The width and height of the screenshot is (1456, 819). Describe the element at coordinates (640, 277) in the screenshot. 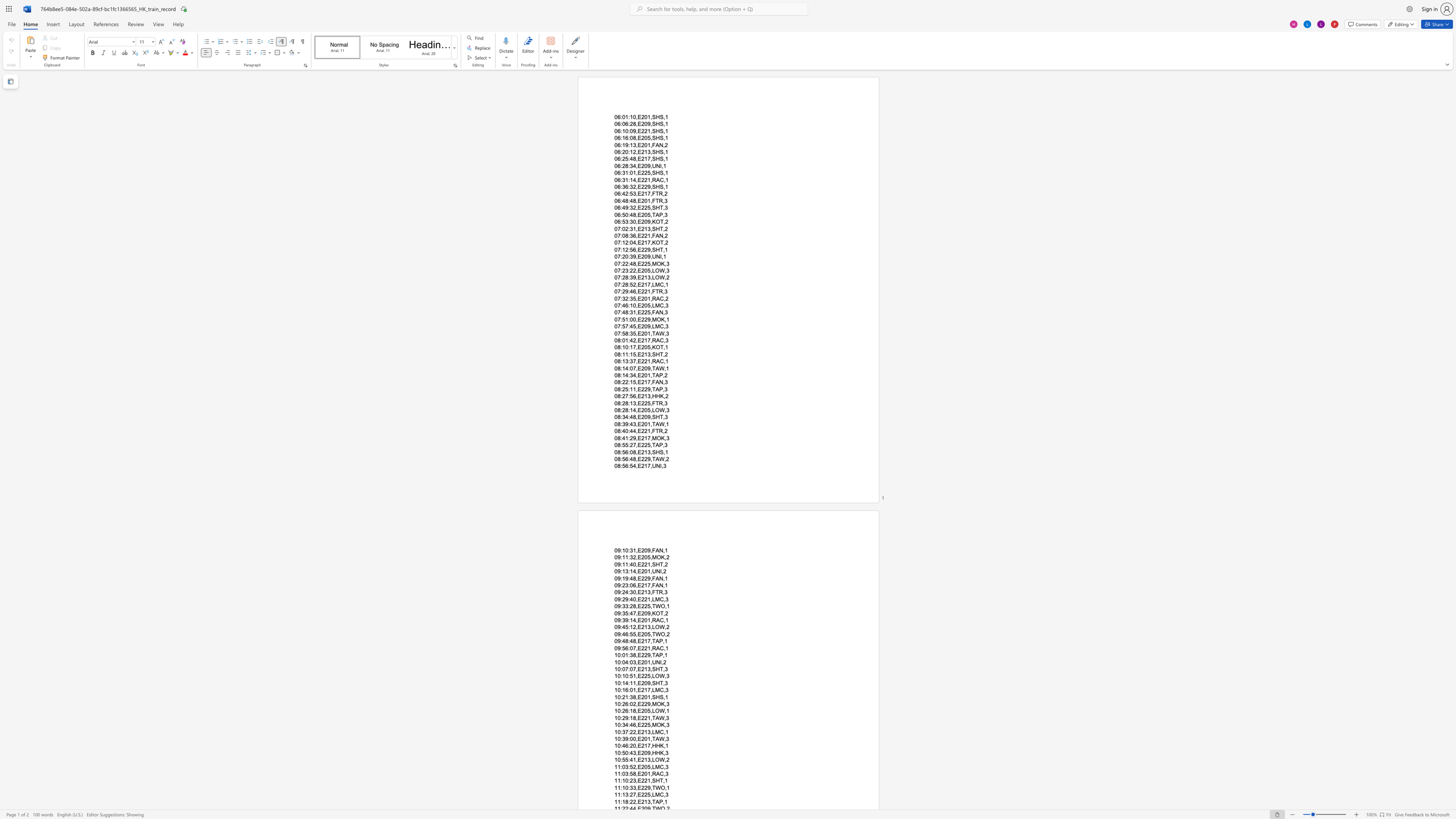

I see `the subset text "213,LOW,2" within the text "07:28:39,E213,LOW,2"` at that location.